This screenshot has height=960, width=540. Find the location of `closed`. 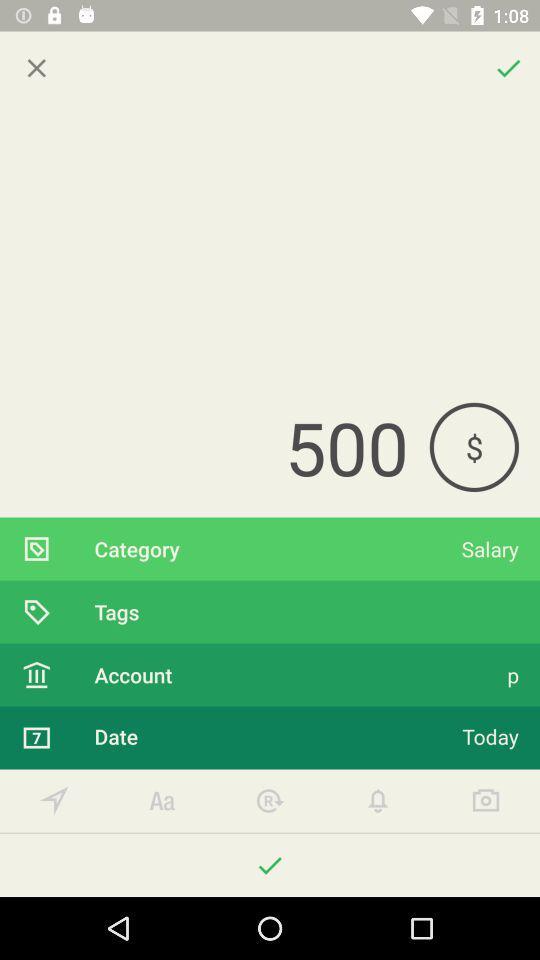

closed is located at coordinates (36, 68).